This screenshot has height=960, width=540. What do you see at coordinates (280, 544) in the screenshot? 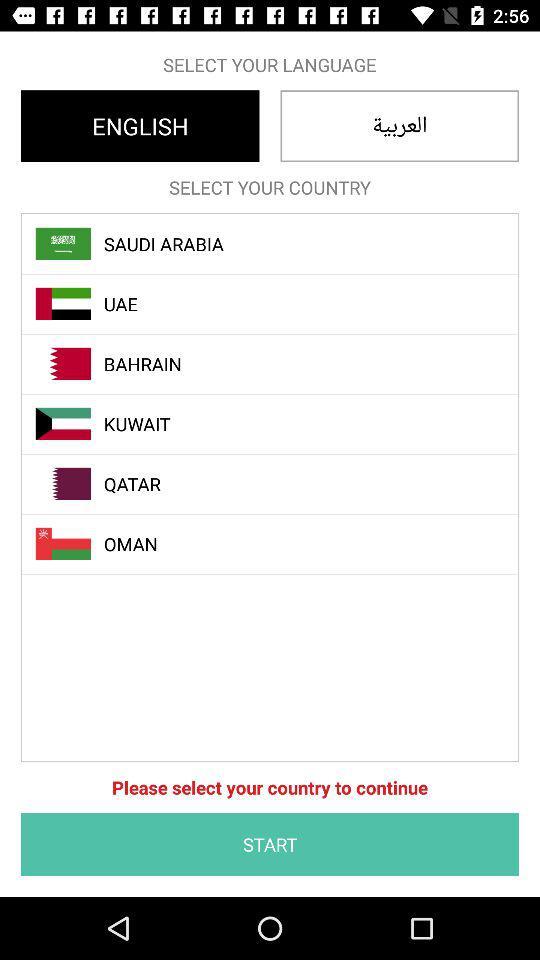
I see `oman icon` at bounding box center [280, 544].